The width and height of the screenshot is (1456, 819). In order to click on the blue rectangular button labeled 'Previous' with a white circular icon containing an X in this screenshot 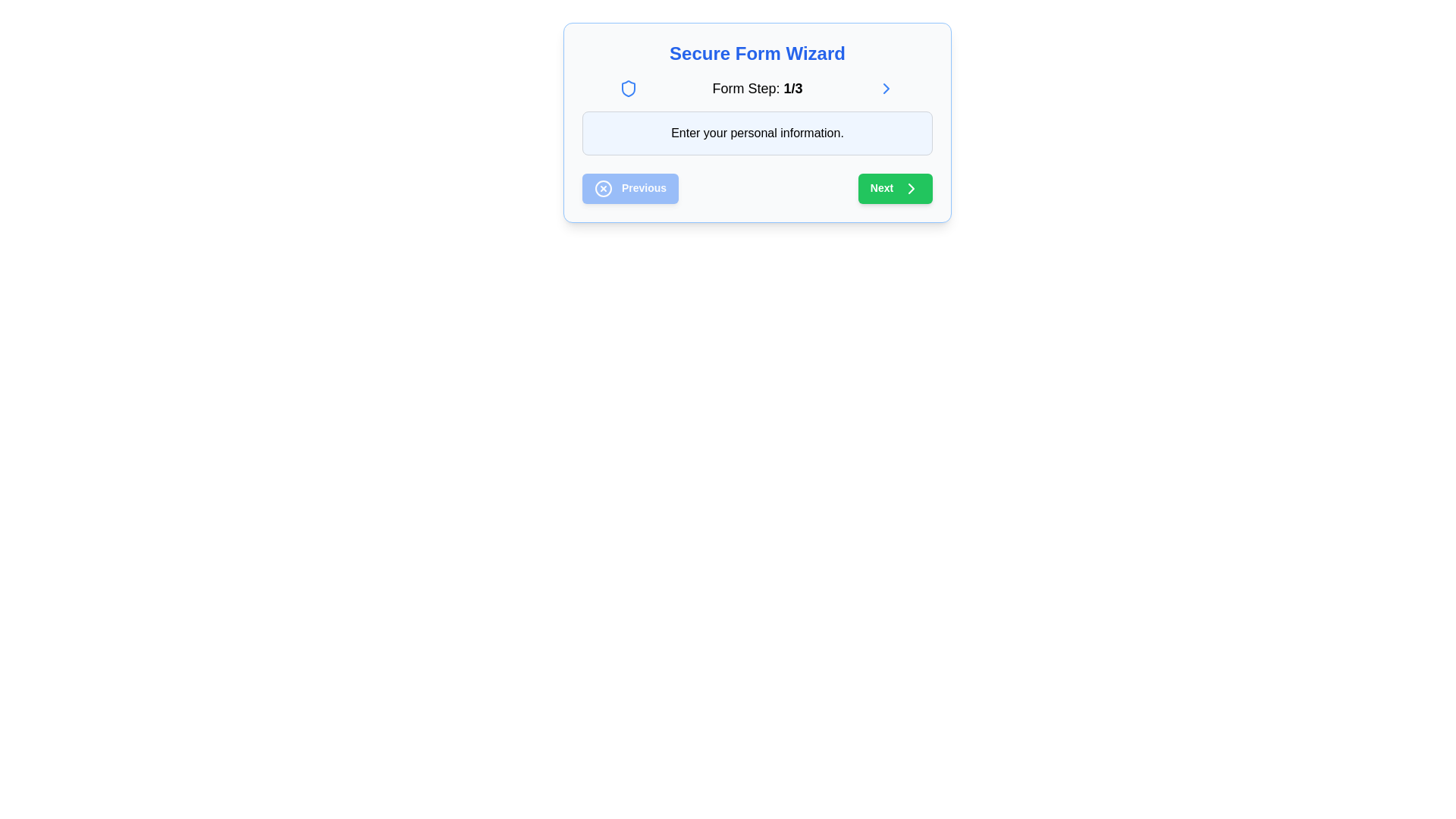, I will do `click(630, 188)`.